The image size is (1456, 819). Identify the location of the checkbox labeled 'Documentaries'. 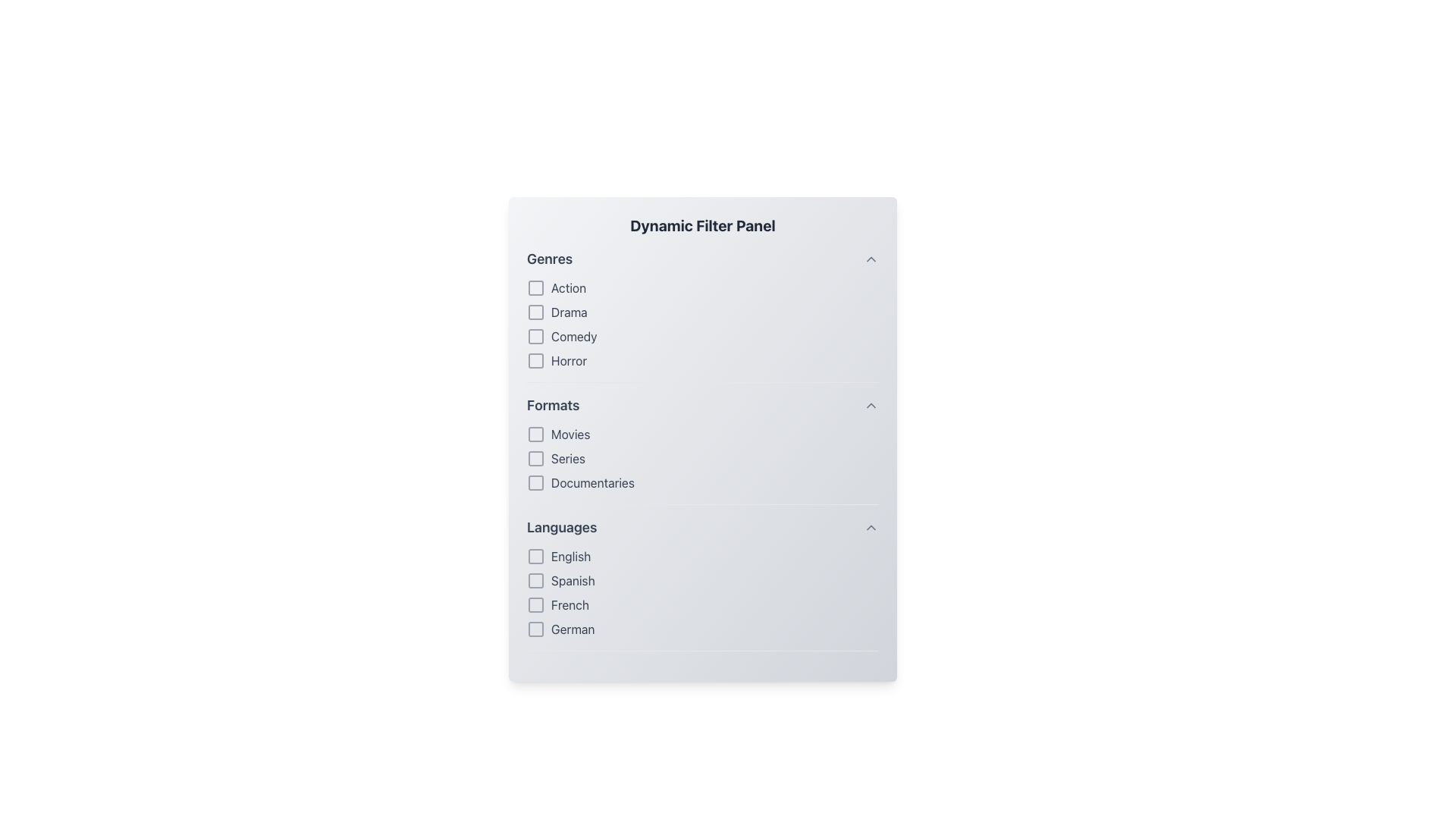
(701, 482).